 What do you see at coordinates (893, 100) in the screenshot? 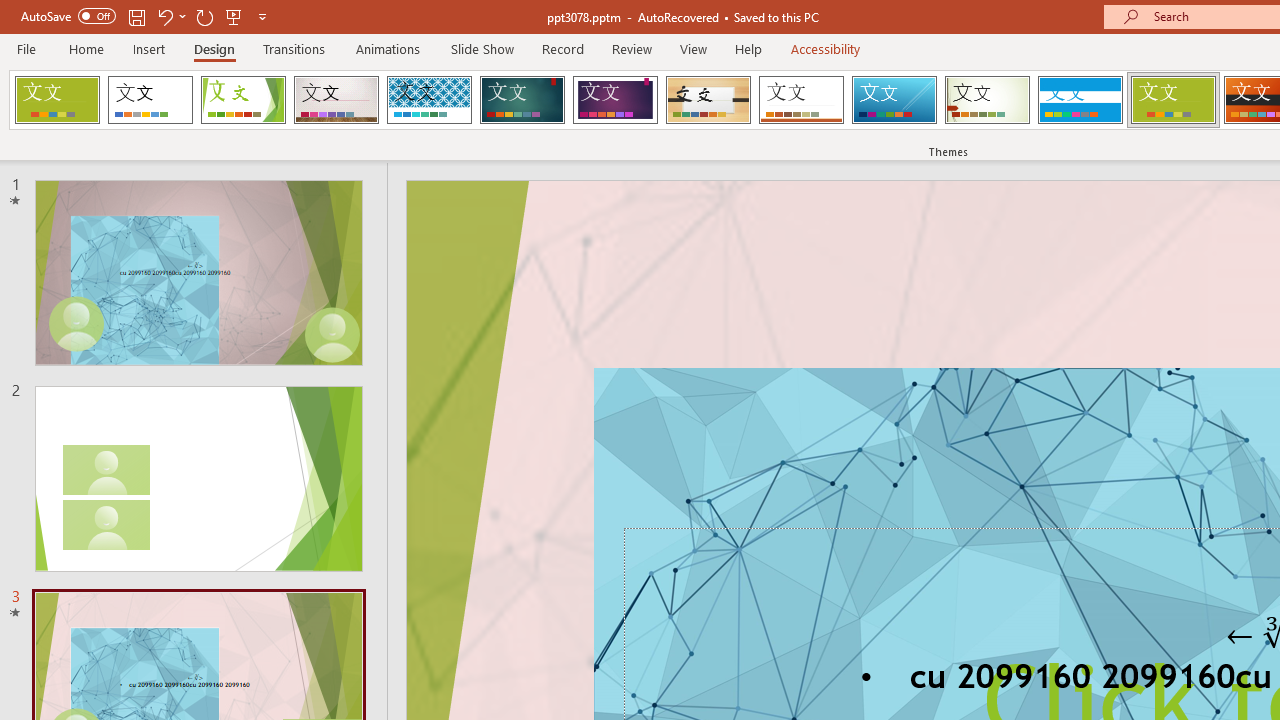
I see `'Slice'` at bounding box center [893, 100].